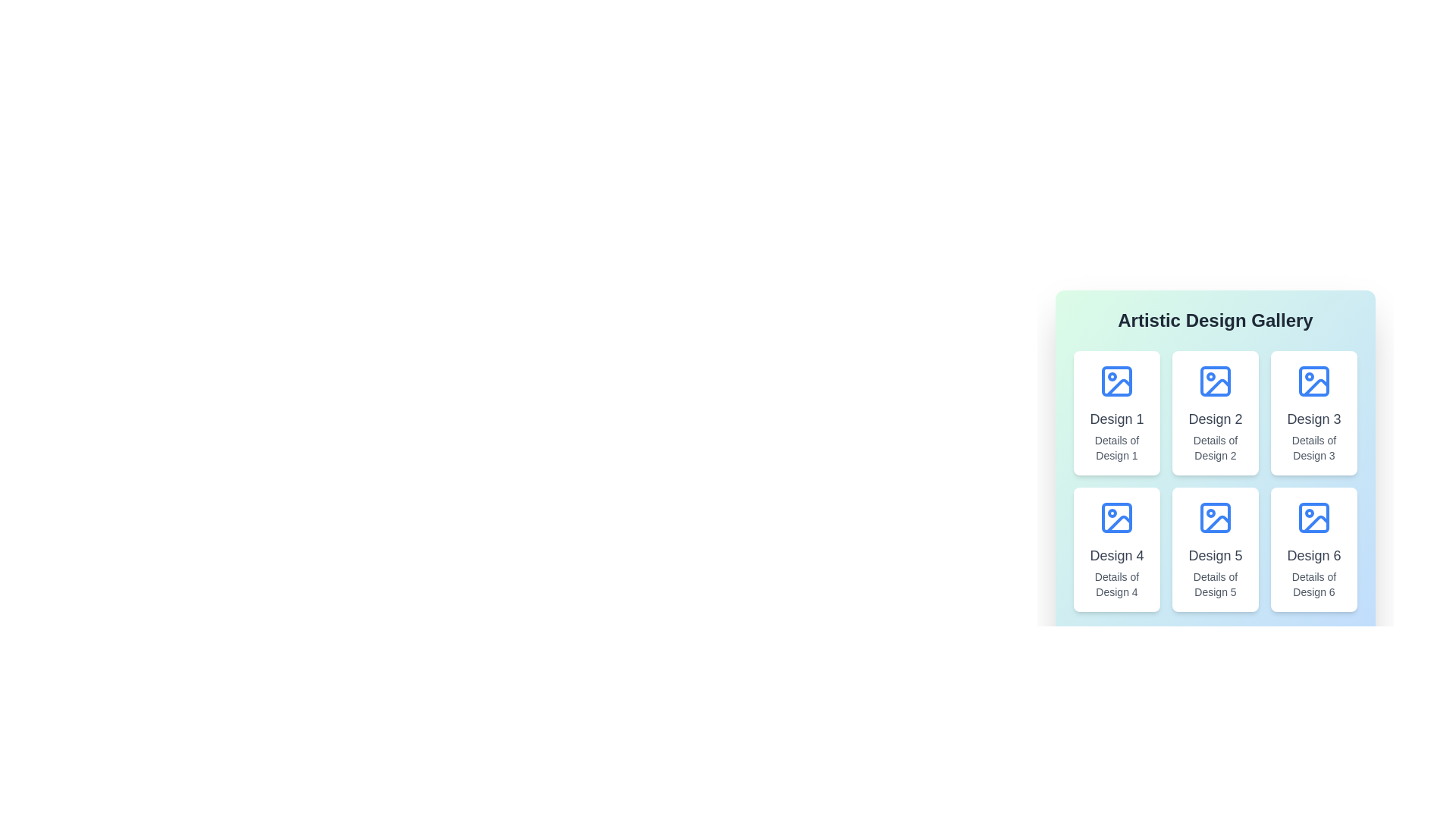  I want to click on the sixth card in the grid layout, so click(1313, 550).